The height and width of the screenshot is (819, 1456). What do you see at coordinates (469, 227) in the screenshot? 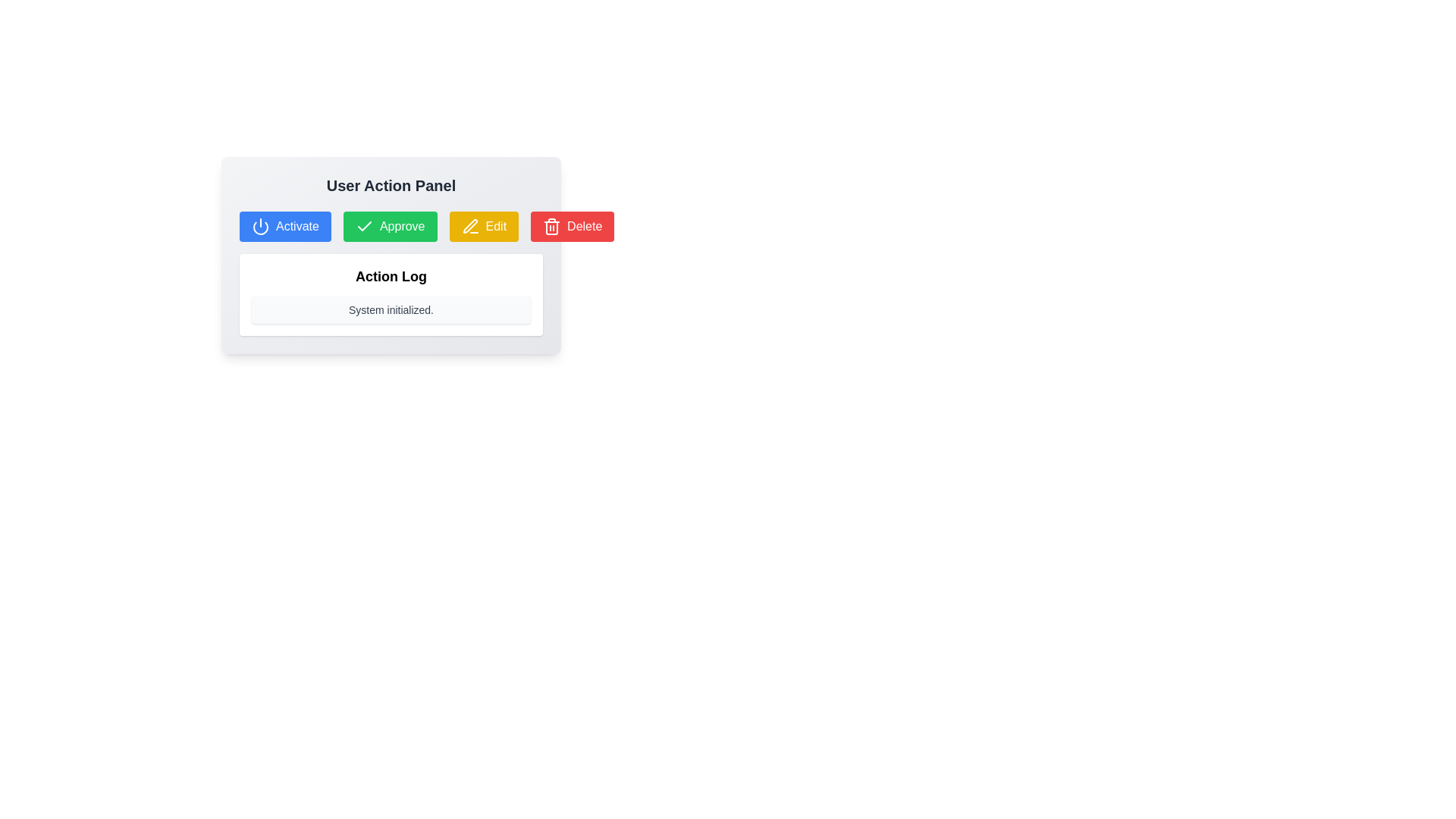
I see `the pen icon located inside the yellow 'Edit' button, which is the third button from the left in the User Action Panel` at bounding box center [469, 227].